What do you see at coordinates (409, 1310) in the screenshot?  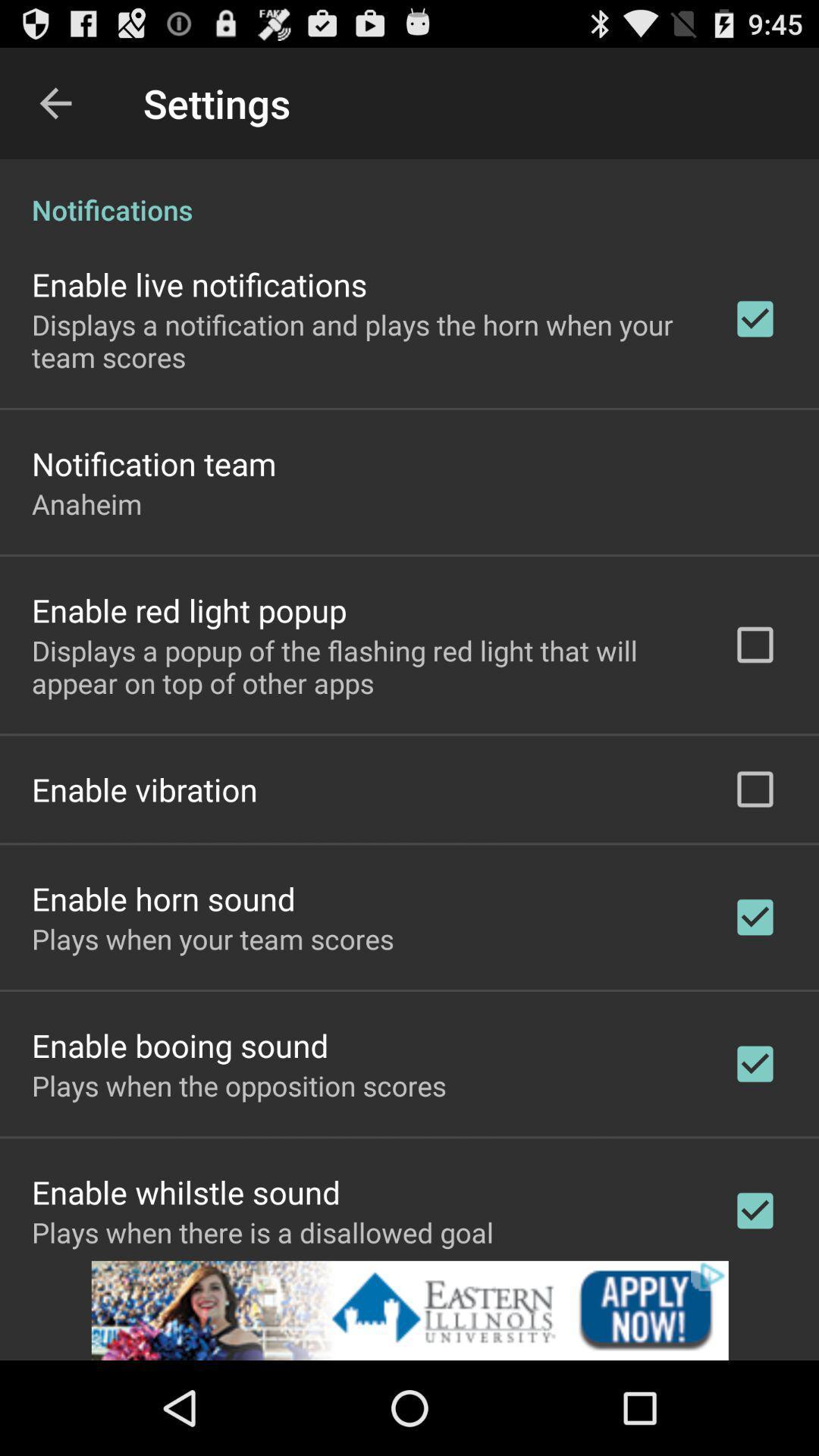 I see `look at the advertisement` at bounding box center [409, 1310].